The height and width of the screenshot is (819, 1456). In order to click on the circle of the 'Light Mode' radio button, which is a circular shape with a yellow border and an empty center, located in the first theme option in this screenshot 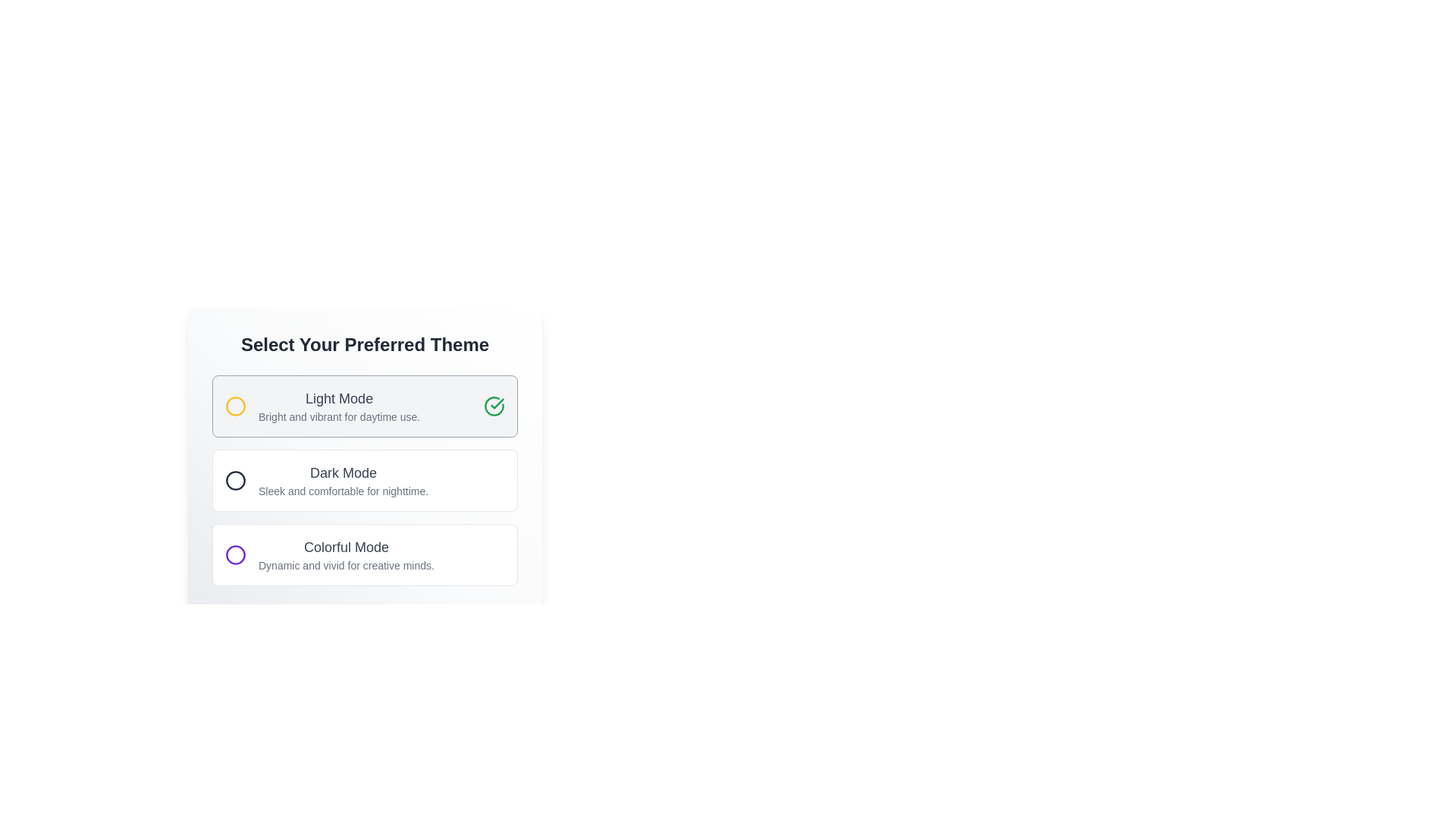, I will do `click(235, 406)`.